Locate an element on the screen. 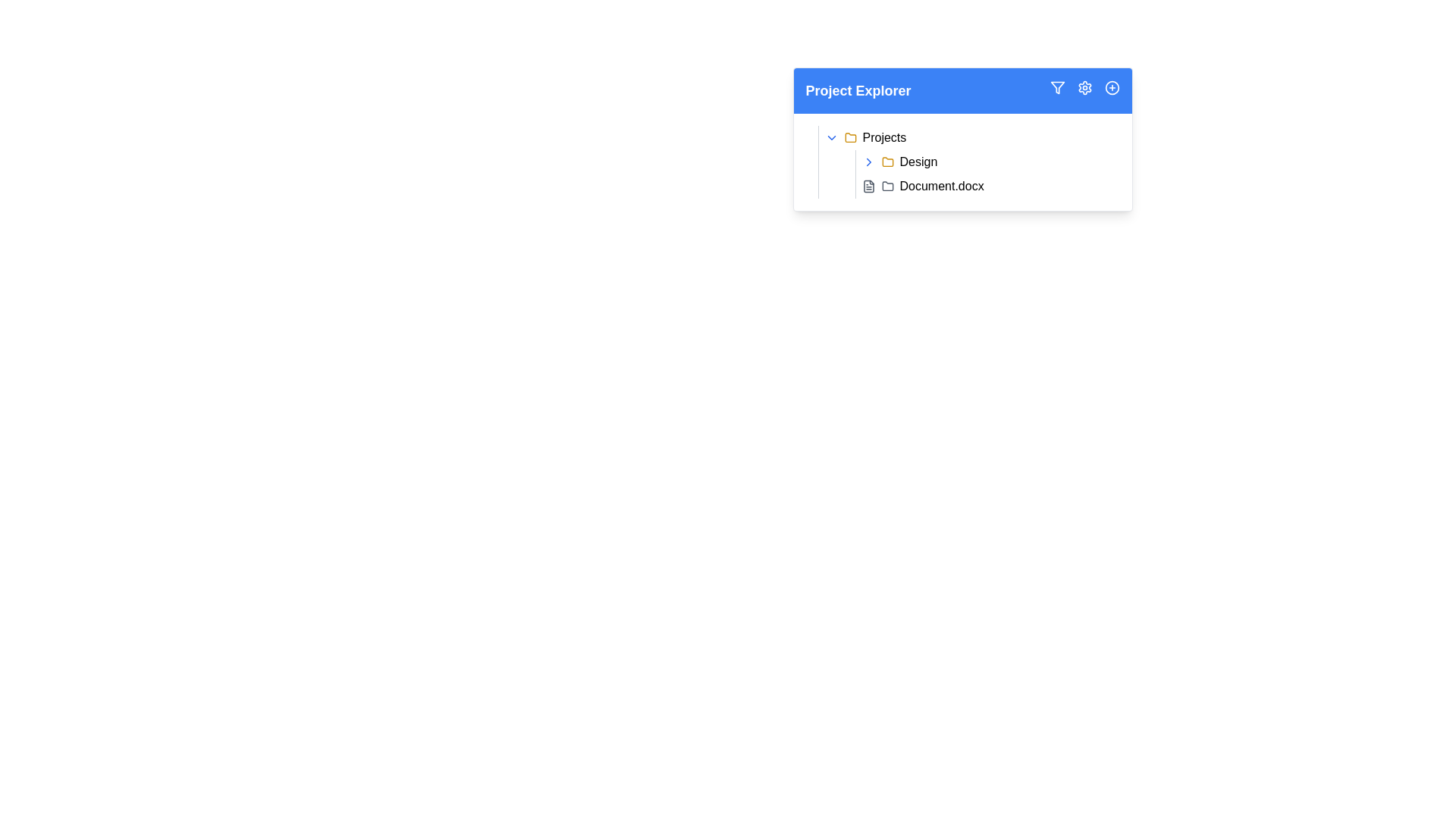 Image resolution: width=1456 pixels, height=819 pixels. the 'Design' folder list item in the 'Projects' section is located at coordinates (987, 162).